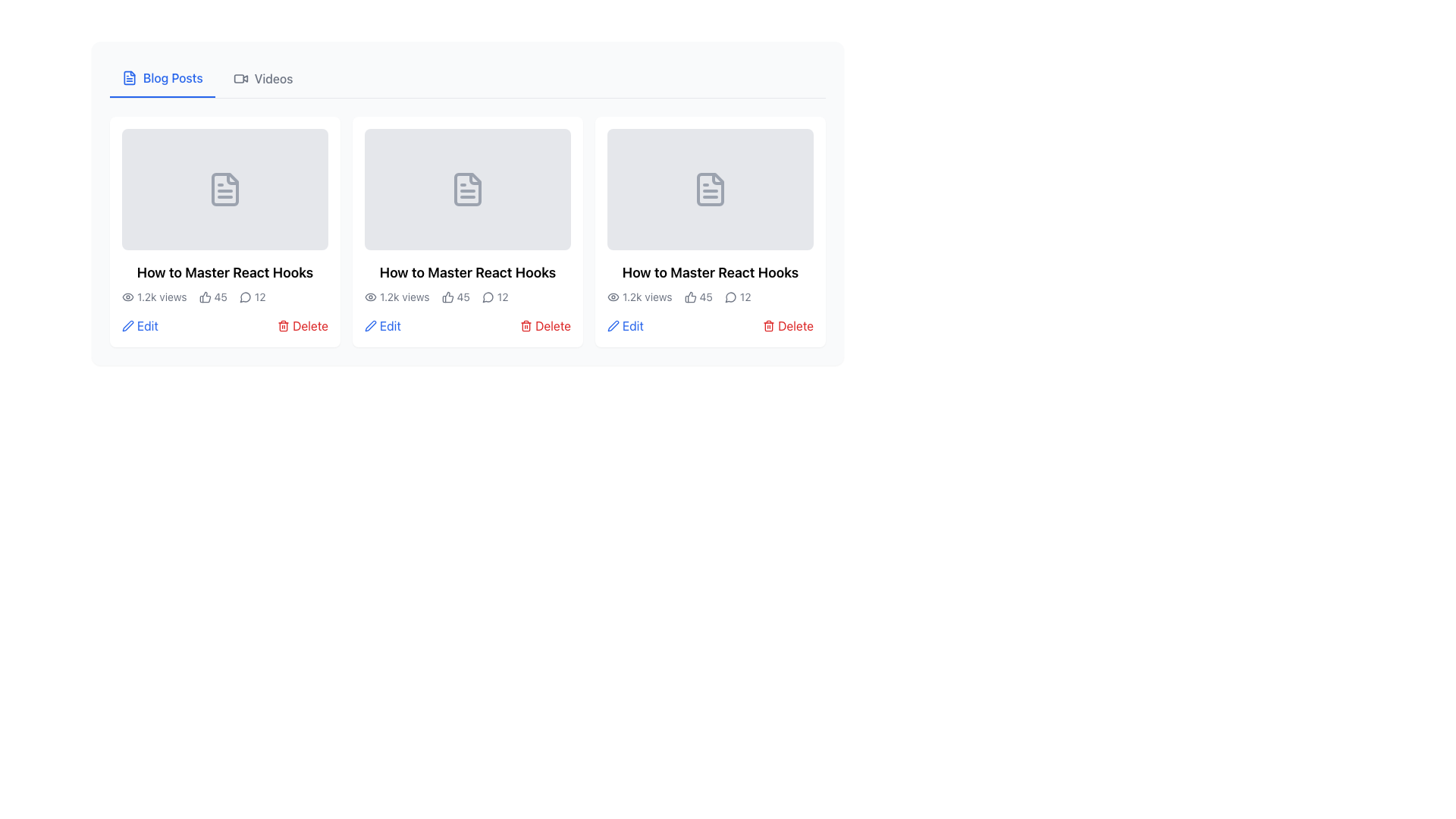 The height and width of the screenshot is (819, 1456). Describe the element at coordinates (626, 325) in the screenshot. I see `the 'Edit' button element` at that location.